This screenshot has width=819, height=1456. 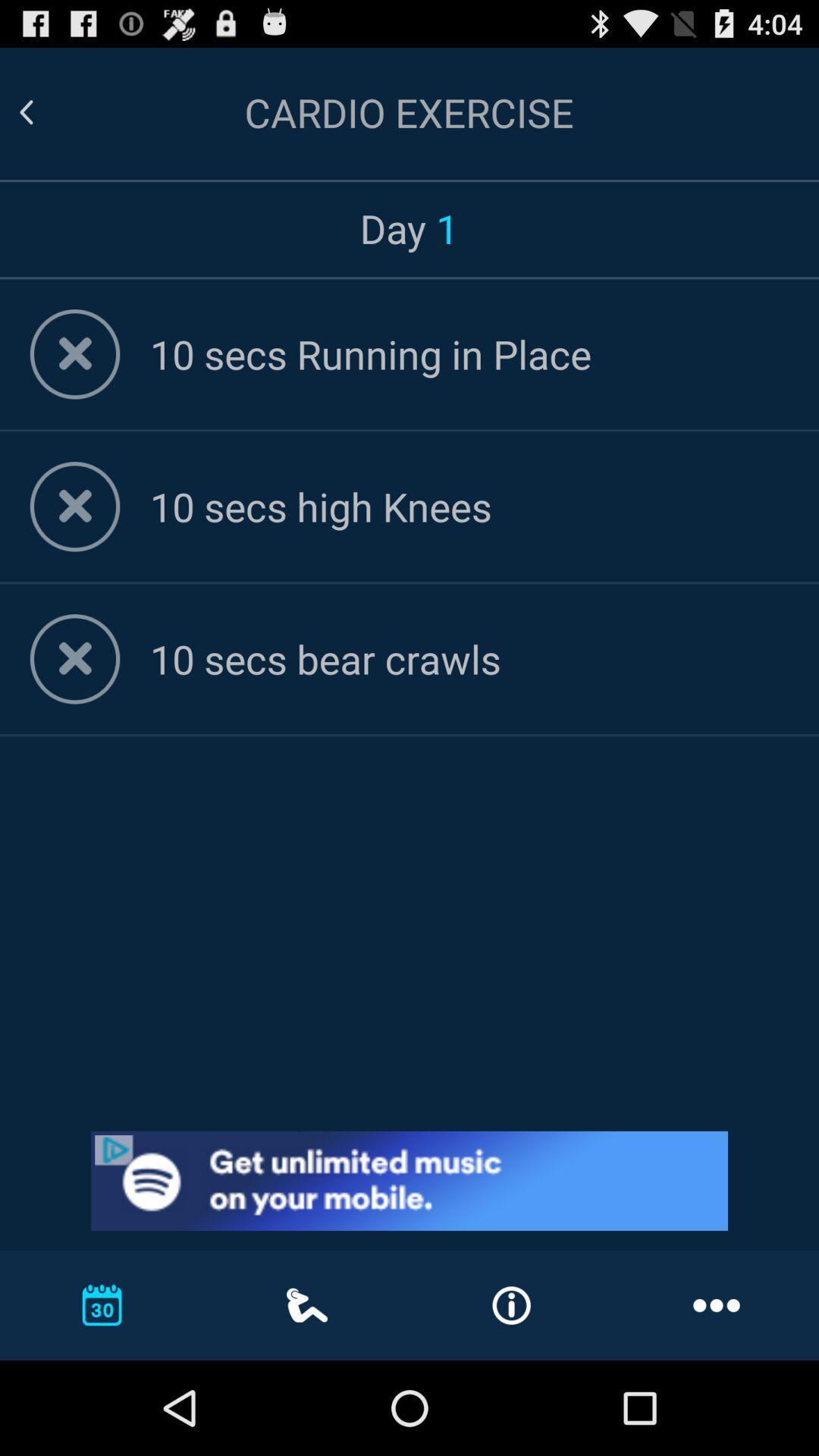 I want to click on the arrow_backward icon, so click(x=44, y=119).